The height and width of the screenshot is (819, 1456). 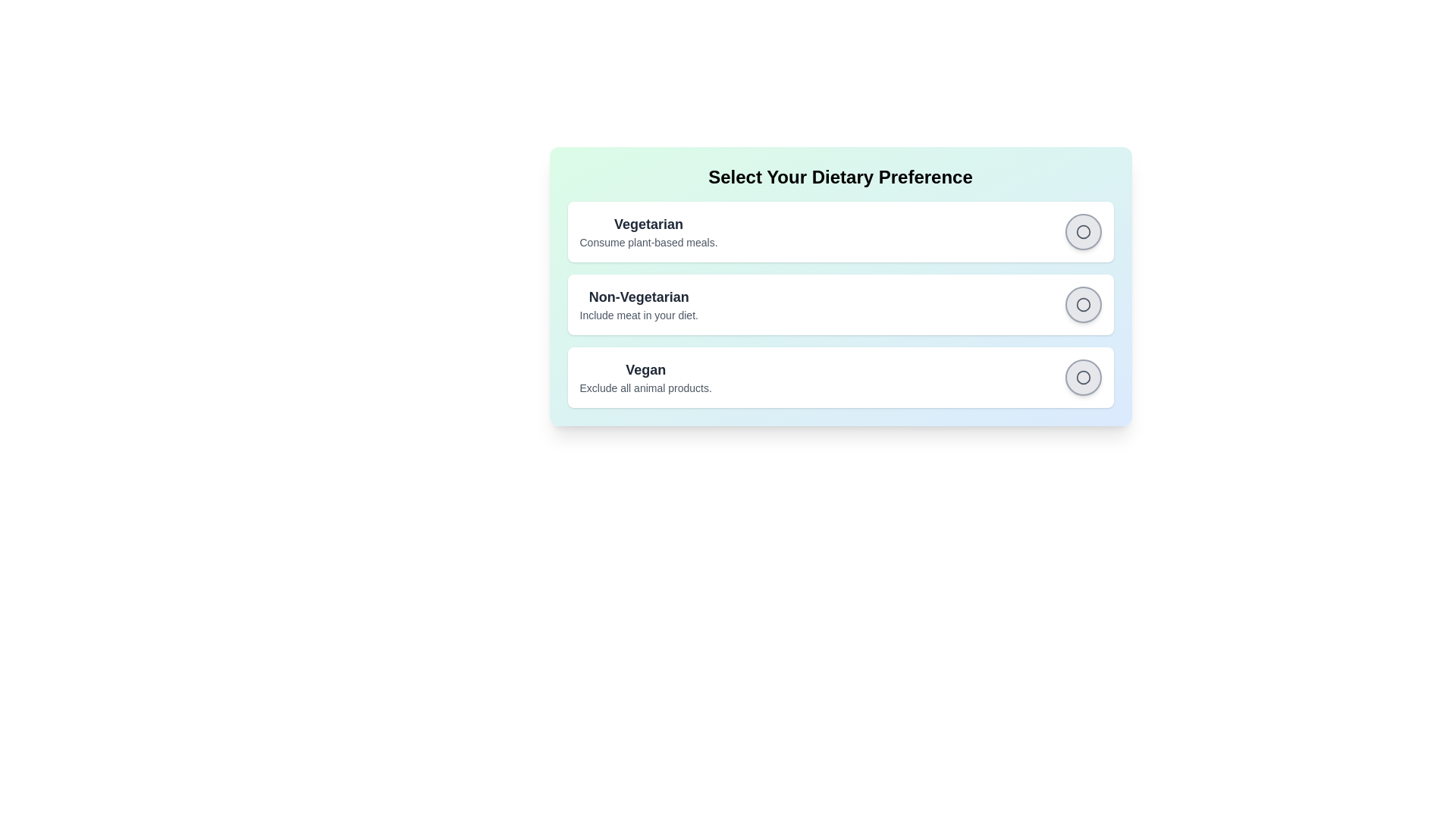 I want to click on the text label for 'Non-Vegetarian' dietary preference to read its description, which informs the user about this choice and its implications, so click(x=639, y=304).